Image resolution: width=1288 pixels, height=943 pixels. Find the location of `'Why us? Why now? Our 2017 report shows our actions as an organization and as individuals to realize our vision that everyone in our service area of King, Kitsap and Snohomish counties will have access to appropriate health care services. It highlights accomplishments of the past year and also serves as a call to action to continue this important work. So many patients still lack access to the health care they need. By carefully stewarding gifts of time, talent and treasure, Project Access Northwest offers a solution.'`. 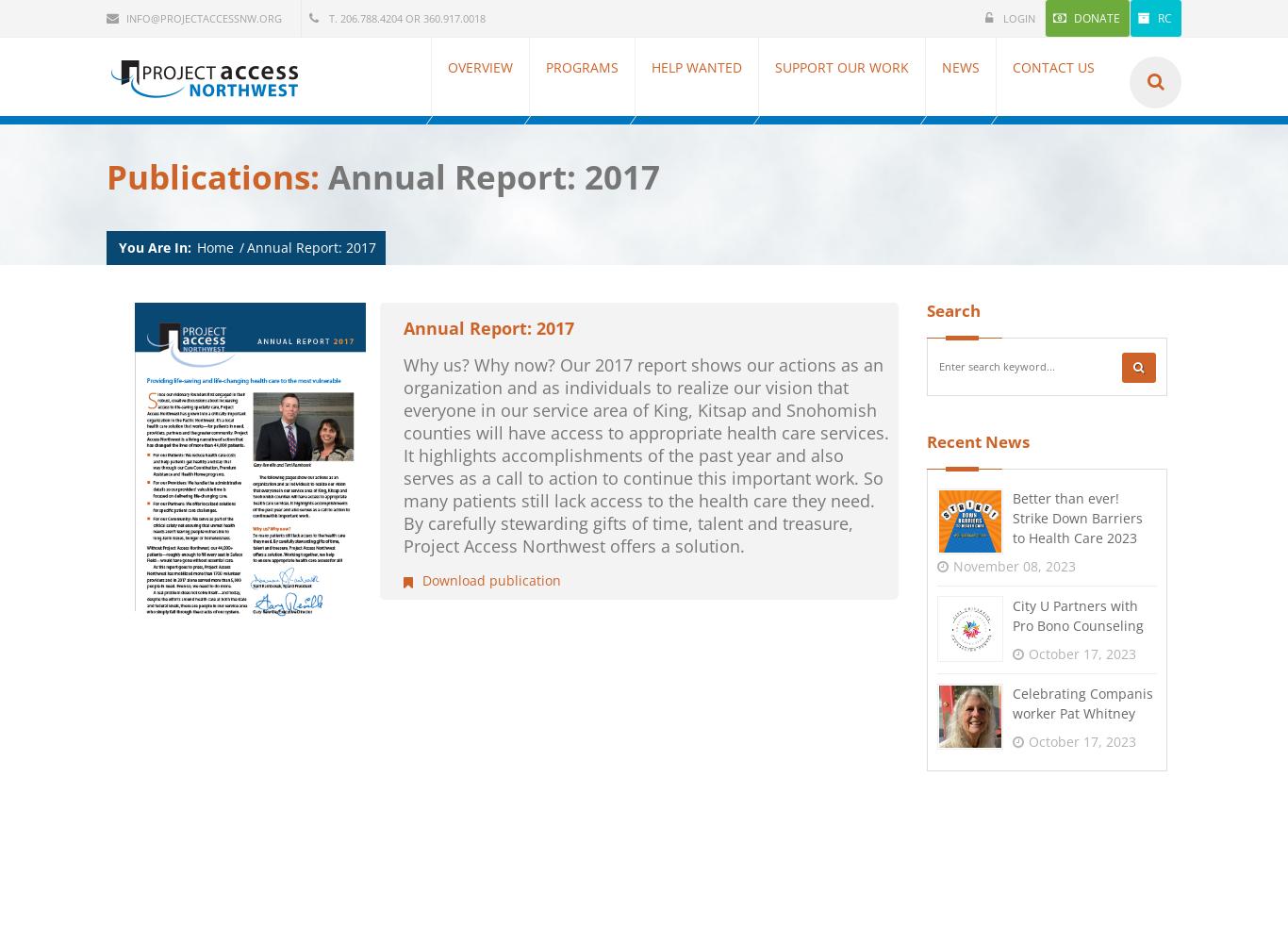

'Why us? Why now? Our 2017 report shows our actions as an organization and as individuals to realize our vision that everyone in our service area of King, Kitsap and Snohomish counties will have access to appropriate health care services. It highlights accomplishments of the past year and also serves as a call to action to continue this important work. So many patients still lack access to the health care they need. By carefully stewarding gifts of time, talent and treasure, Project Access Northwest offers a solution.' is located at coordinates (645, 454).